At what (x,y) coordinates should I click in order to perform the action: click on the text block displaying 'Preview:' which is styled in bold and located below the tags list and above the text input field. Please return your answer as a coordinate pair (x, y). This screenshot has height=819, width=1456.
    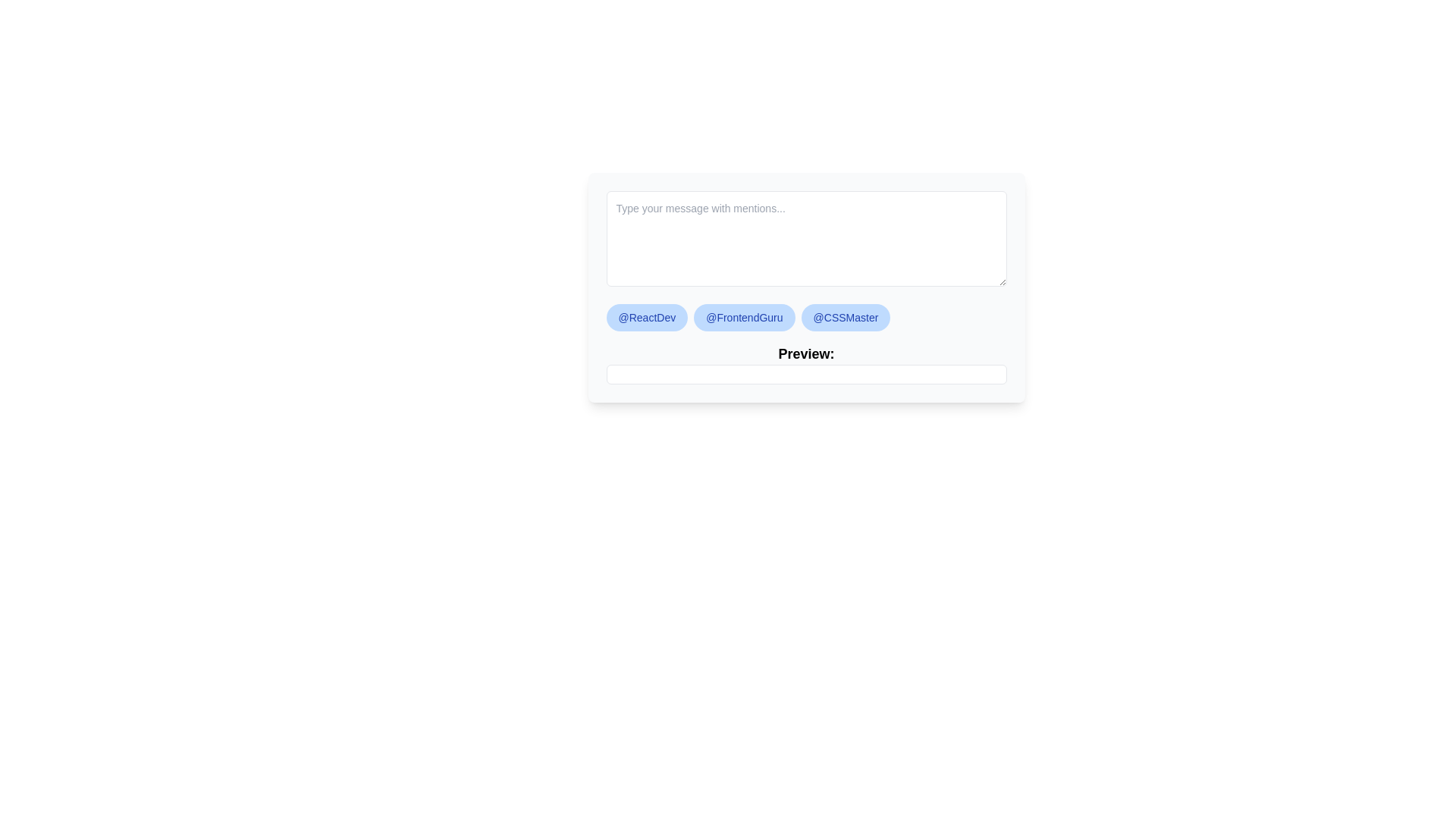
    Looking at the image, I should click on (805, 363).